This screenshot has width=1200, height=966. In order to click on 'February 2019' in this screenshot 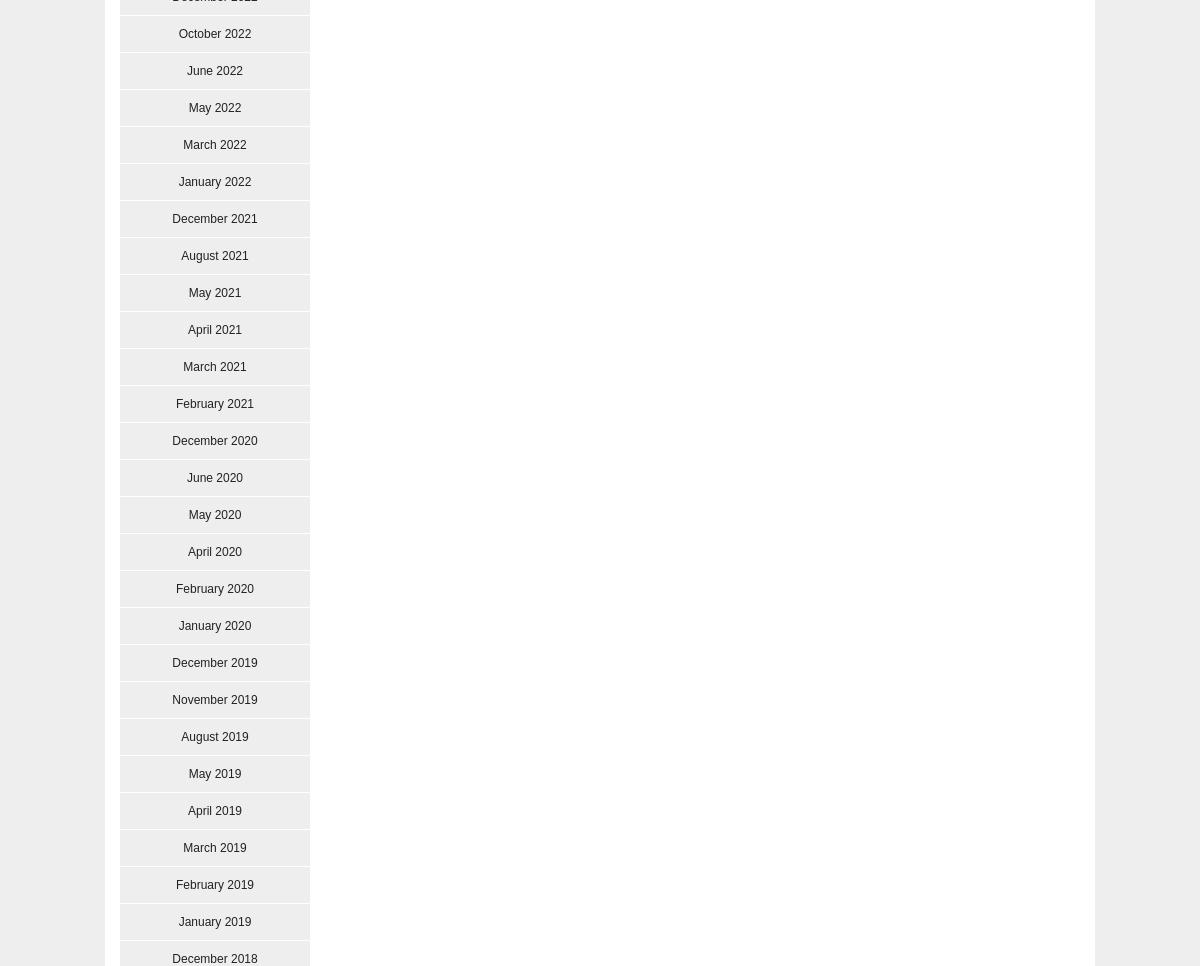, I will do `click(213, 884)`.